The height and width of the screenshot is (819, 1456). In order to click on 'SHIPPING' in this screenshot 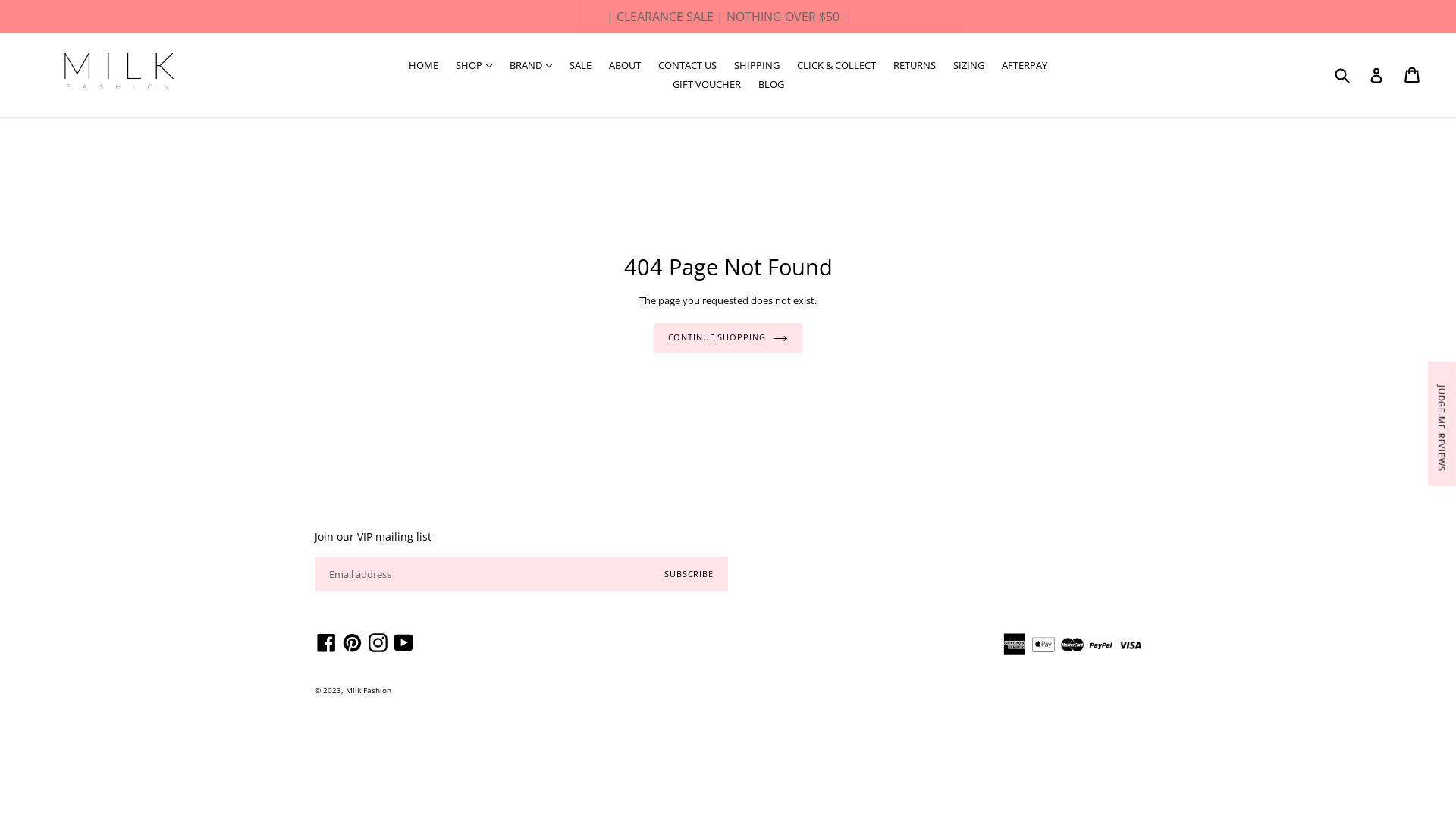, I will do `click(726, 65)`.